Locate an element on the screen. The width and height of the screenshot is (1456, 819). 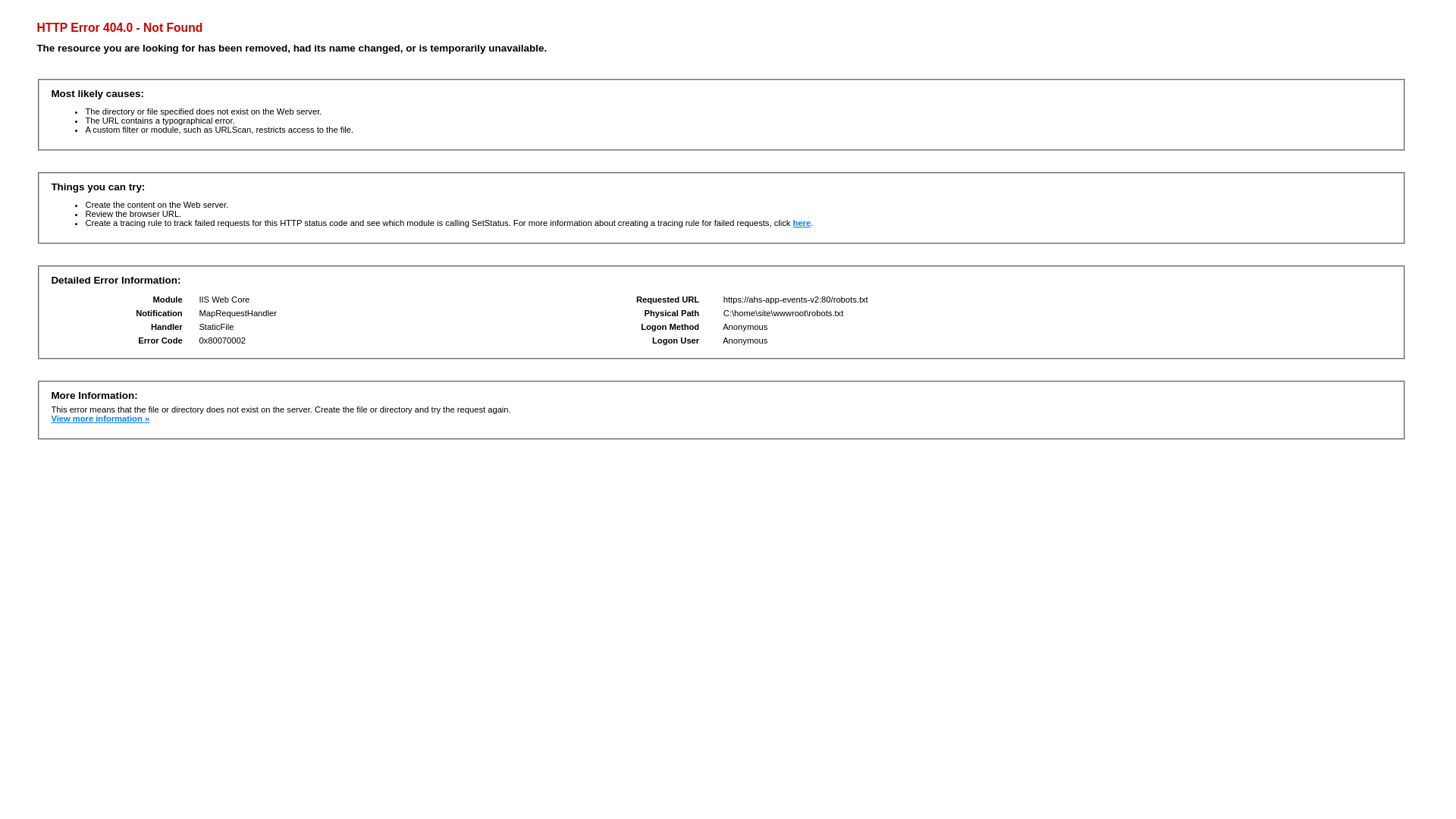
'here' is located at coordinates (801, 222).